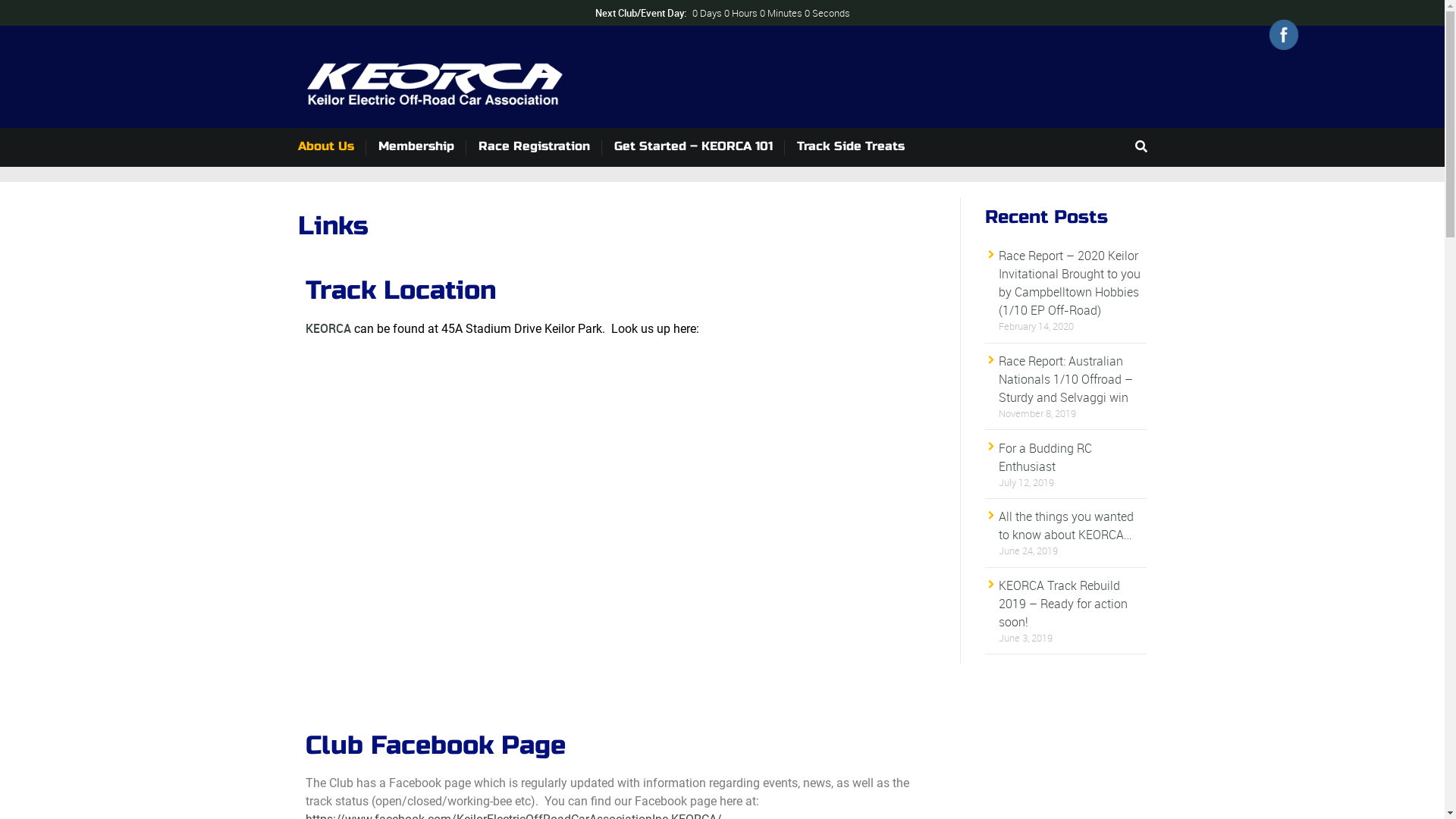  Describe the element at coordinates (422, 147) in the screenshot. I see `'Membership'` at that location.